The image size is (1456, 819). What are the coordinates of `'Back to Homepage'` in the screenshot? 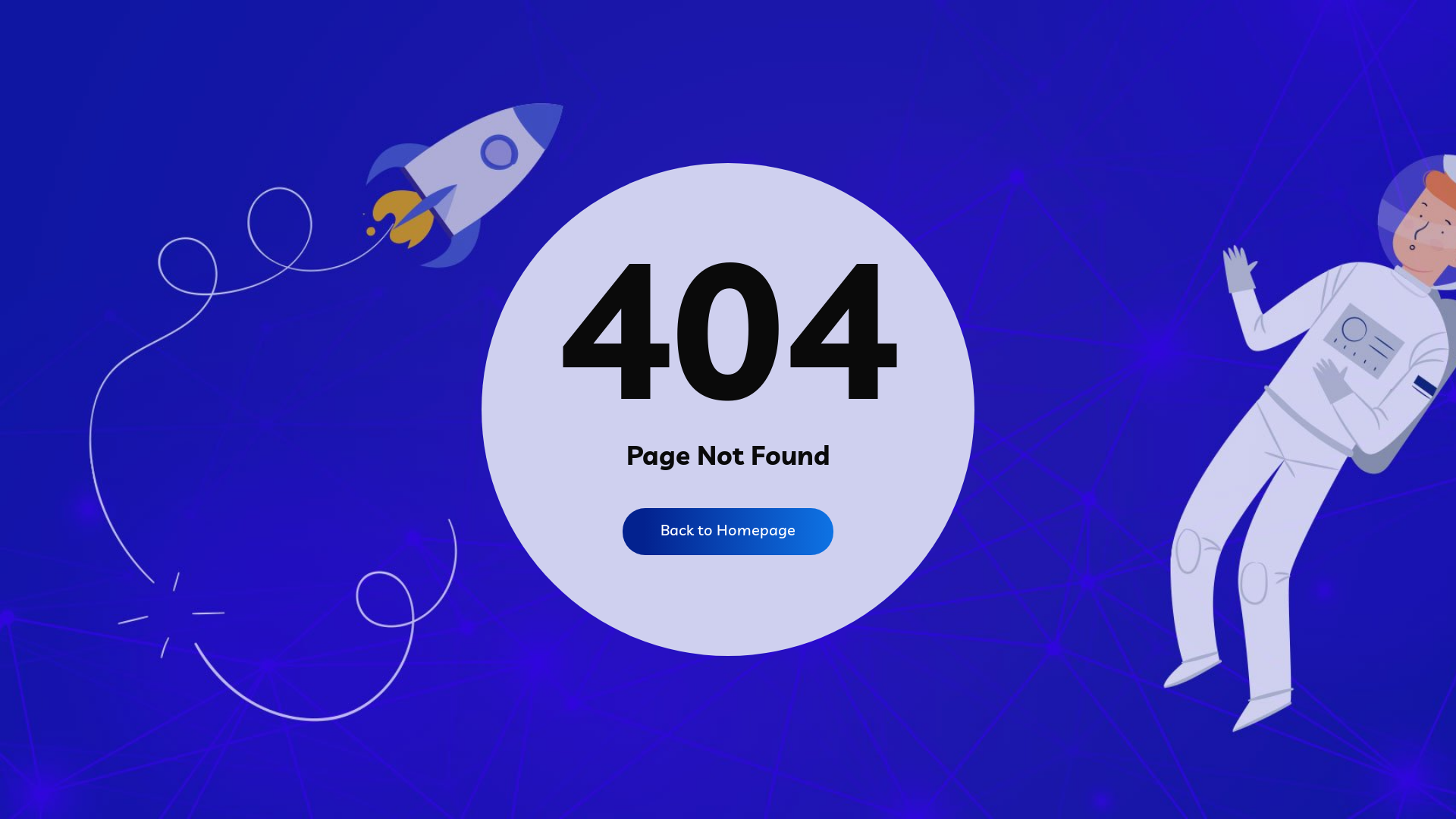 It's located at (728, 531).